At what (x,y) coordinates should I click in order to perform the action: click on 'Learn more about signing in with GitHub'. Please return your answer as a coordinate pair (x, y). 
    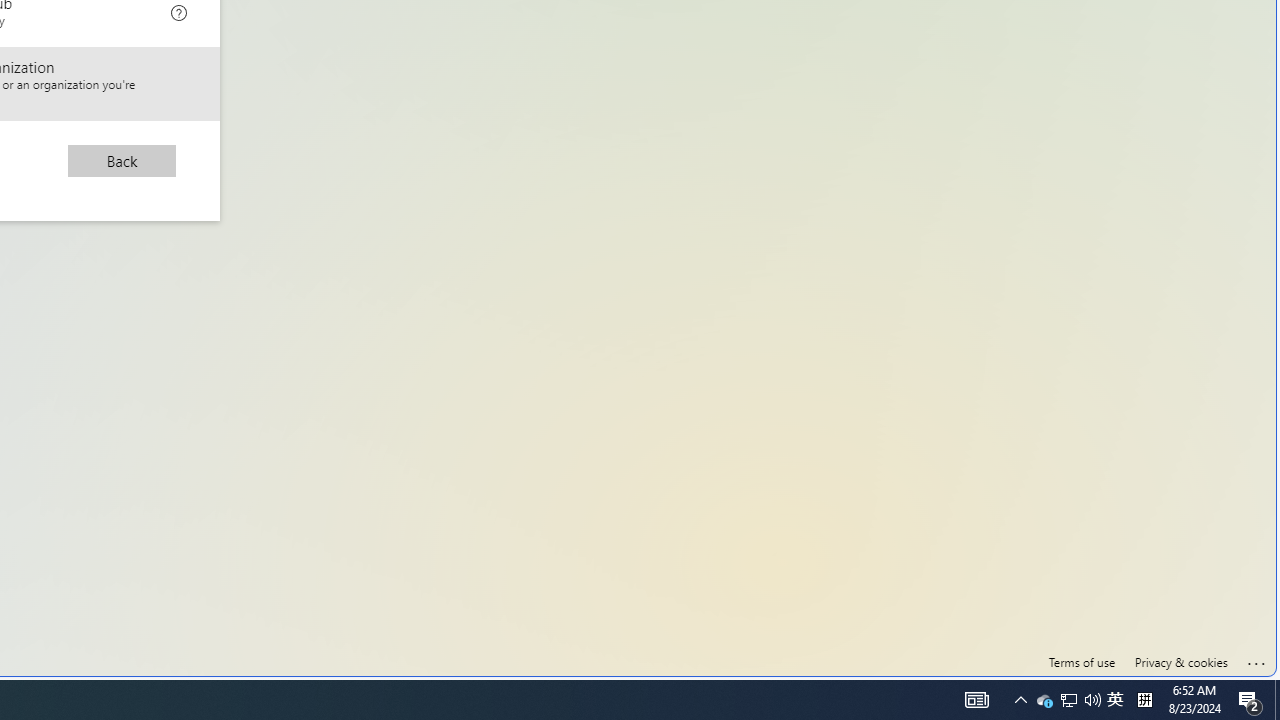
    Looking at the image, I should click on (179, 10).